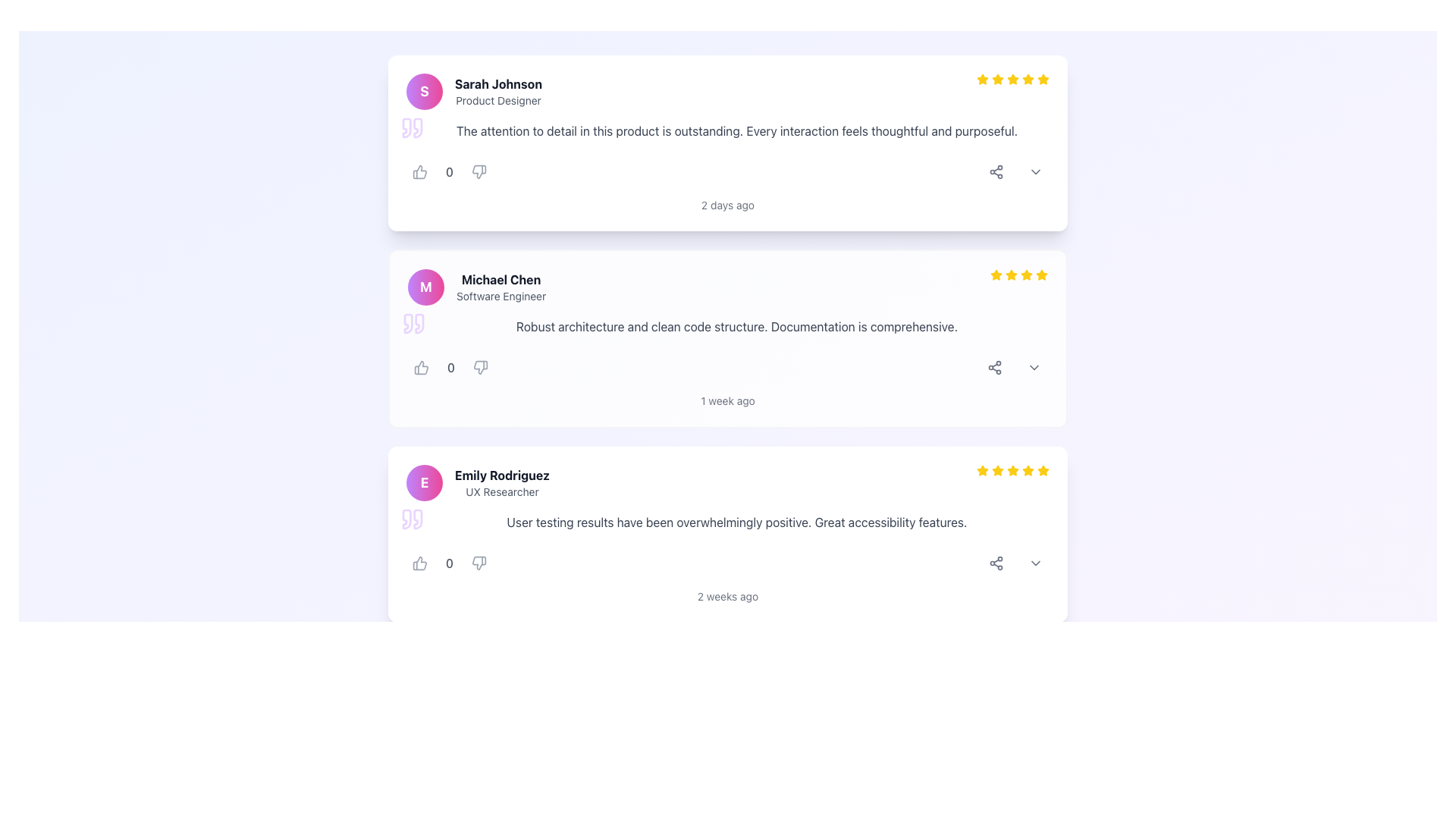 The height and width of the screenshot is (819, 1456). What do you see at coordinates (450, 368) in the screenshot?
I see `the Text label displaying the count of likes or dislikes, which is located below the second listed comment and adjacent to the thumbs-up and thumbs-down icons, to associate the value with its context` at bounding box center [450, 368].